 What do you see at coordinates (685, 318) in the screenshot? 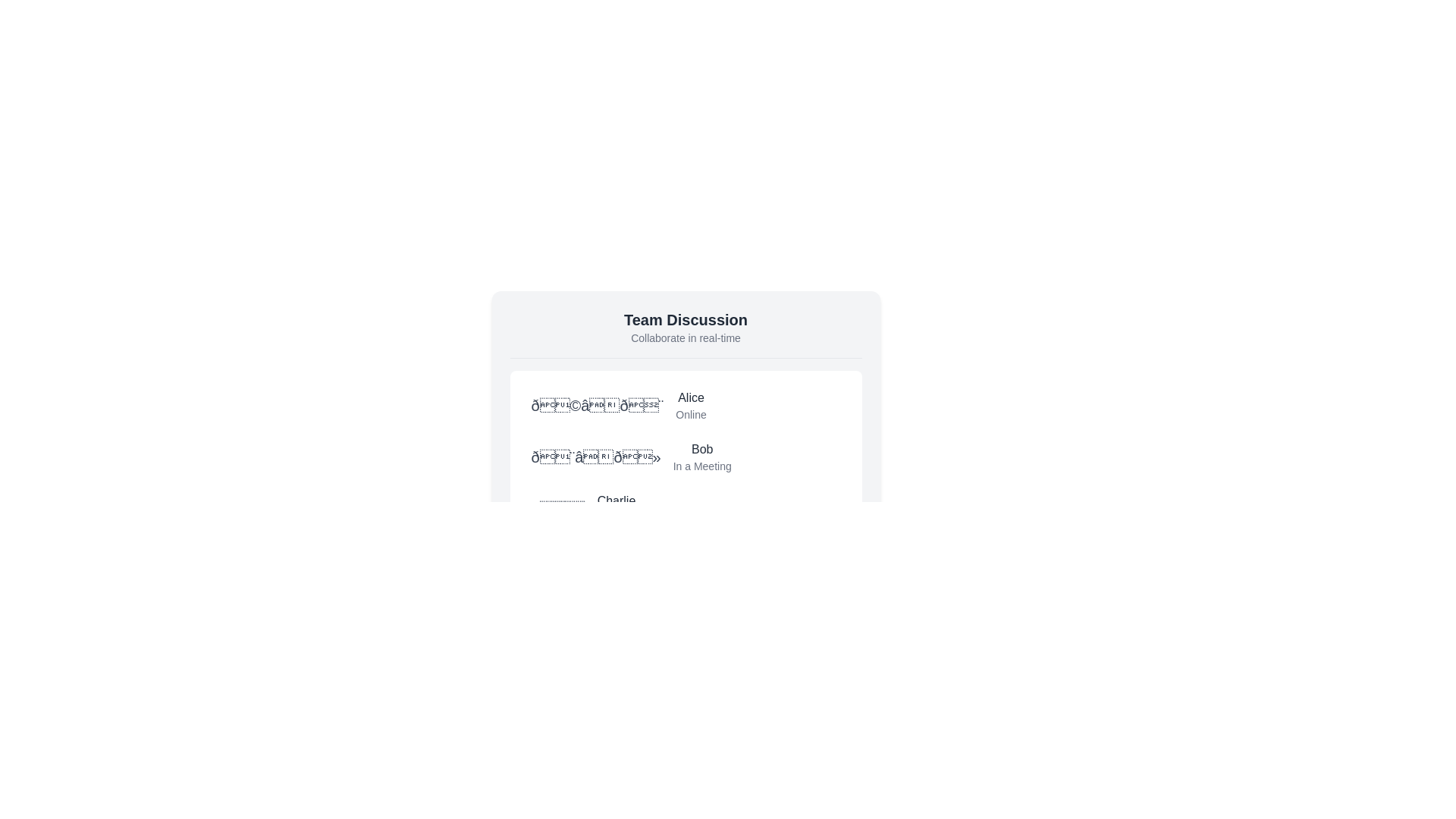
I see `heading text 'Team Discussion' for context, which is a bold label positioned near the upper center of the interface, serving as the primary header in a sectioned group` at bounding box center [685, 318].